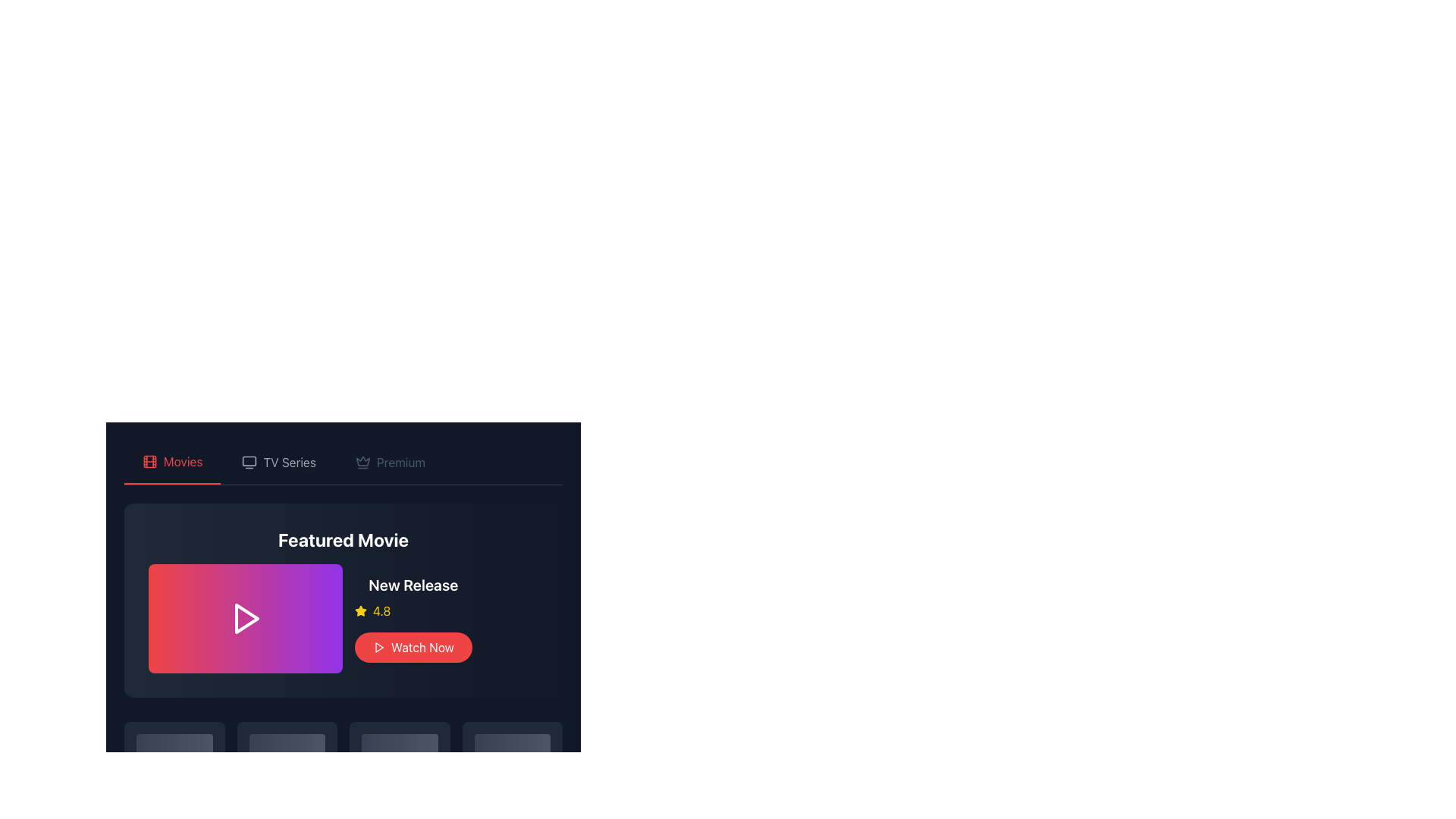 This screenshot has width=1456, height=819. What do you see at coordinates (381, 610) in the screenshot?
I see `the numerical rating text '4.8' displayed in yellow and bold font style, located in the bottom left side of the 'Featured Movie' section, adjacent to a yellow star icon` at bounding box center [381, 610].